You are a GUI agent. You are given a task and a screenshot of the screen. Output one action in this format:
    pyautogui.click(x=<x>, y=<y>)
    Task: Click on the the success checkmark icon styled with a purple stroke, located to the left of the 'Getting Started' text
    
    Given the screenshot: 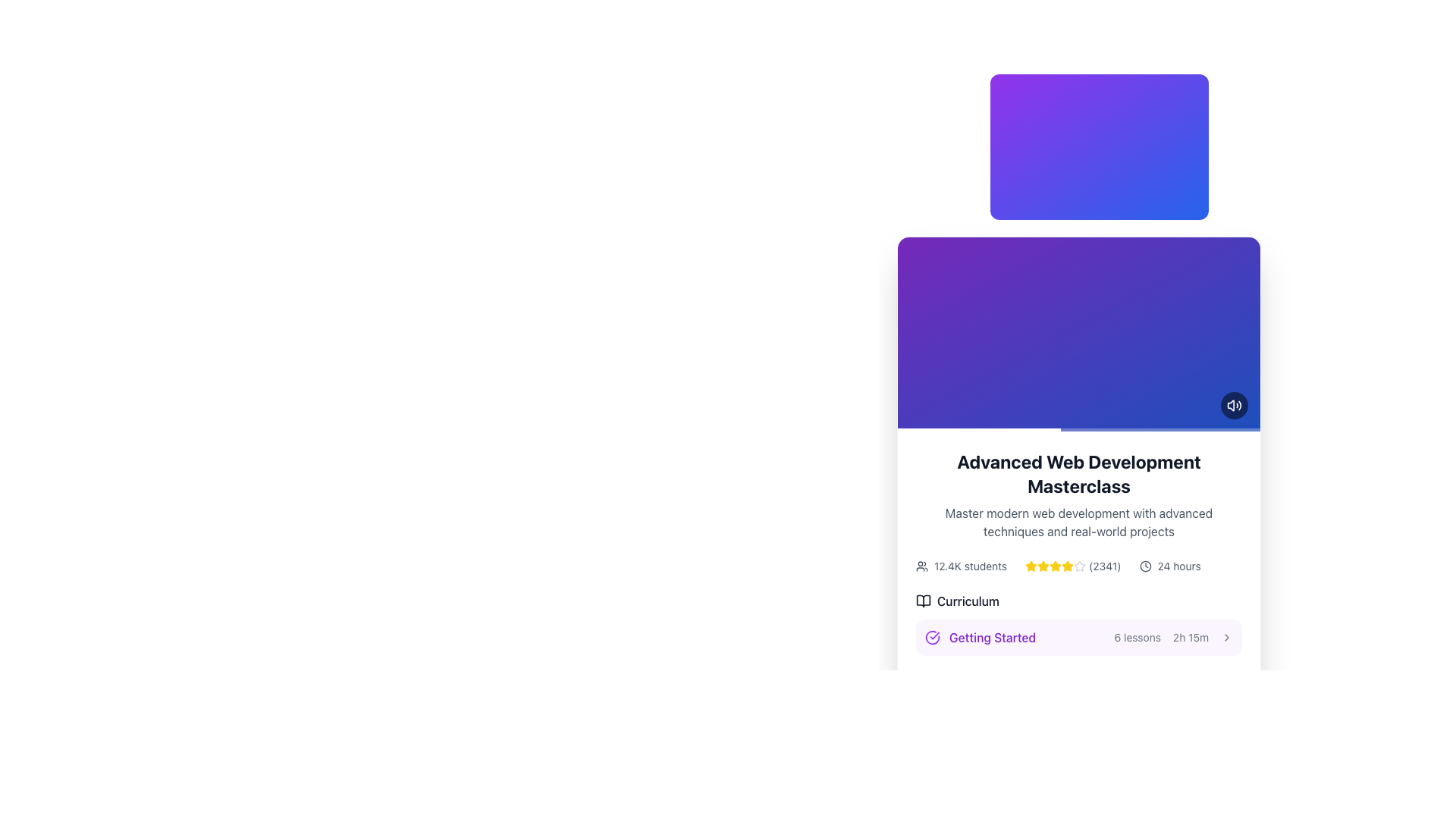 What is the action you would take?
    pyautogui.click(x=931, y=637)
    